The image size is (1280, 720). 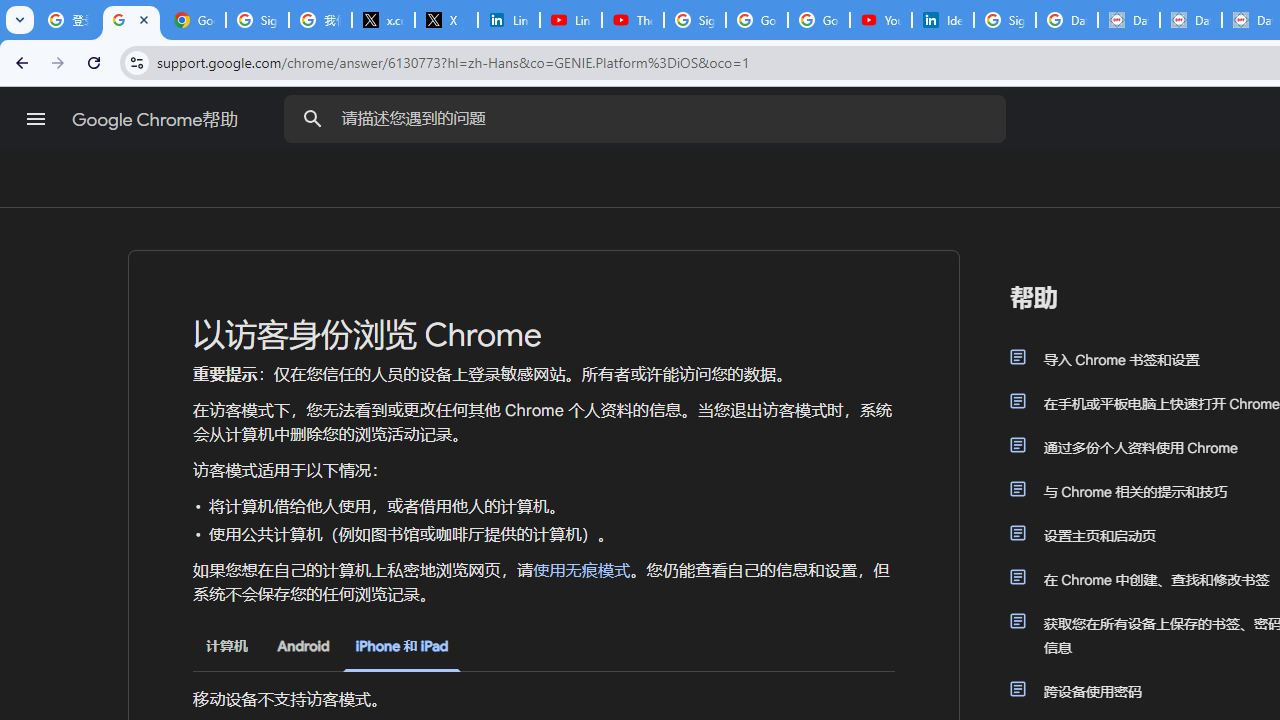 What do you see at coordinates (445, 20) in the screenshot?
I see `'X'` at bounding box center [445, 20].